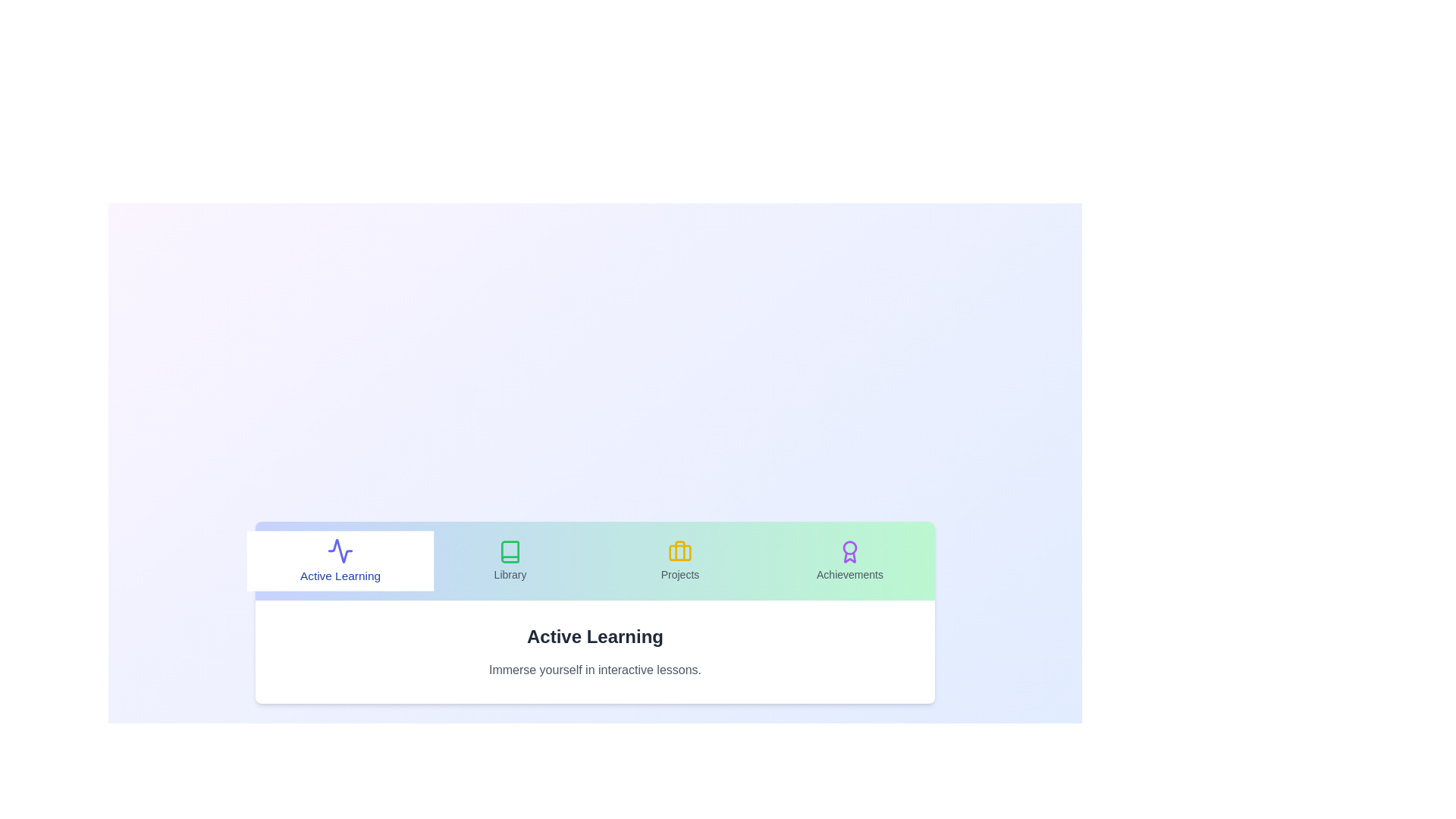 The image size is (1456, 819). I want to click on the text in the description area of the active tab, so click(595, 669).